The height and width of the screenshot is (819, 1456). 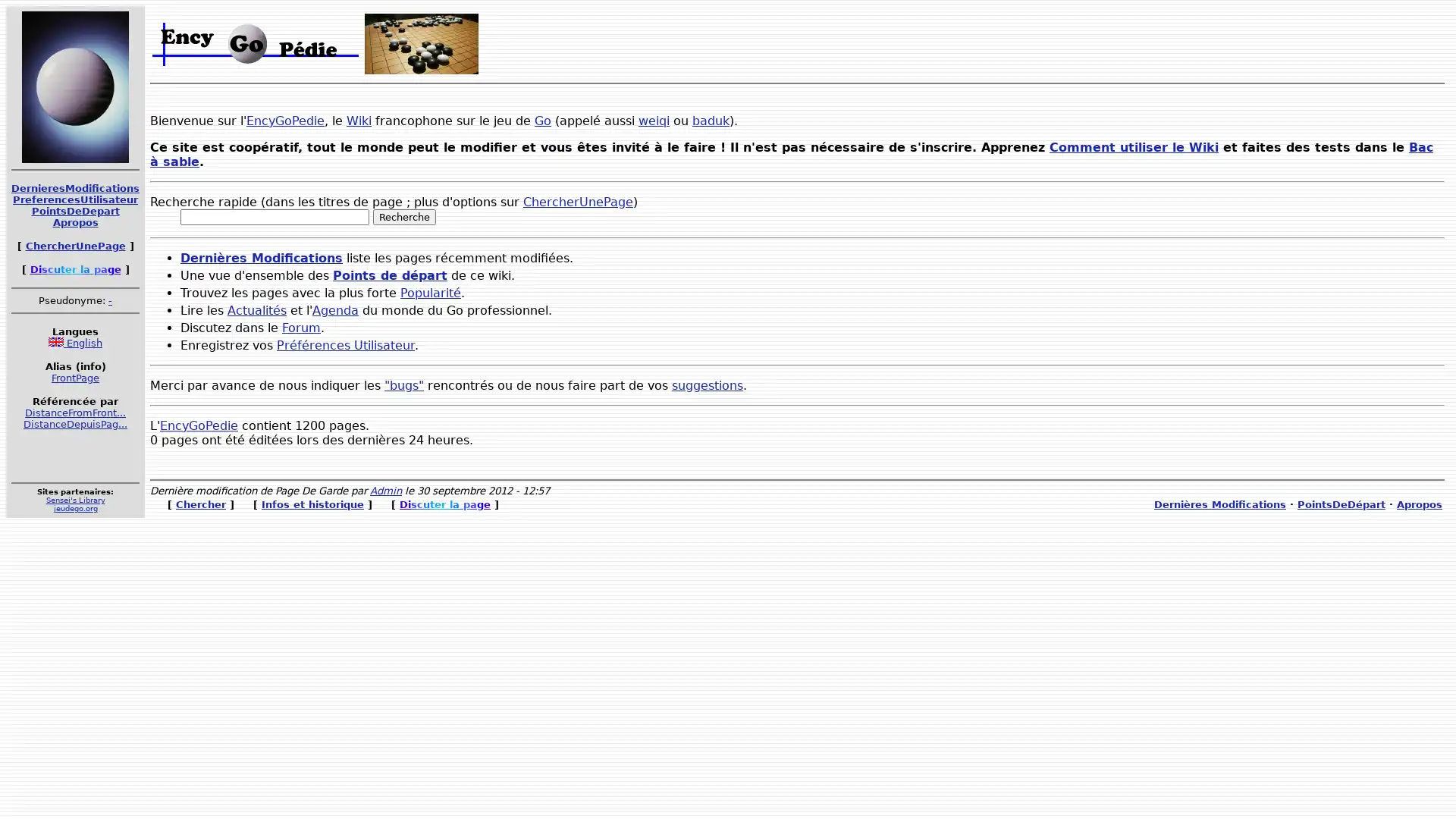 I want to click on Recherche, so click(x=404, y=217).